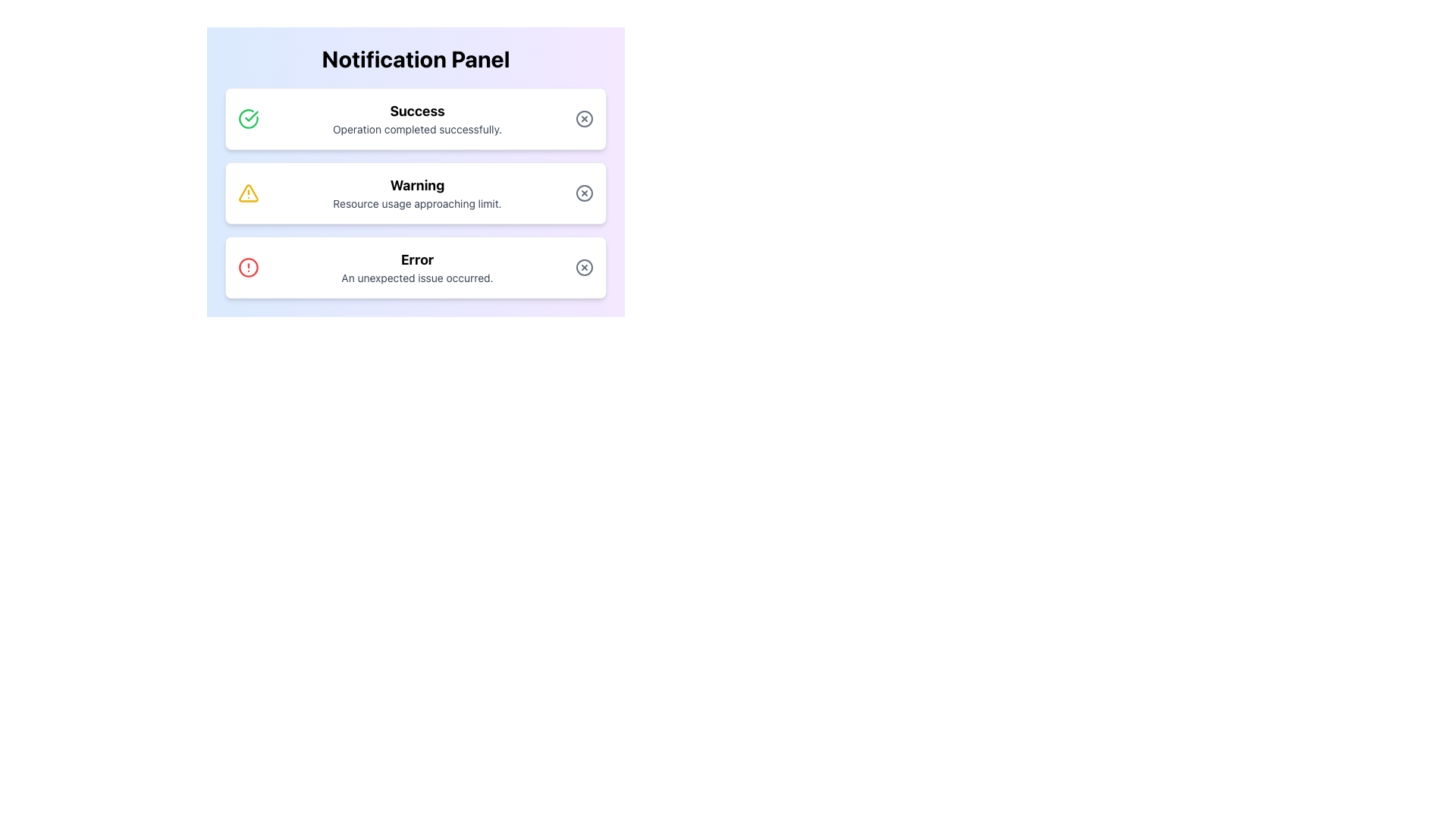 Image resolution: width=1456 pixels, height=819 pixels. I want to click on the circular gray button with a cross in the center located in the bottom right corner of the error notification card, so click(584, 267).